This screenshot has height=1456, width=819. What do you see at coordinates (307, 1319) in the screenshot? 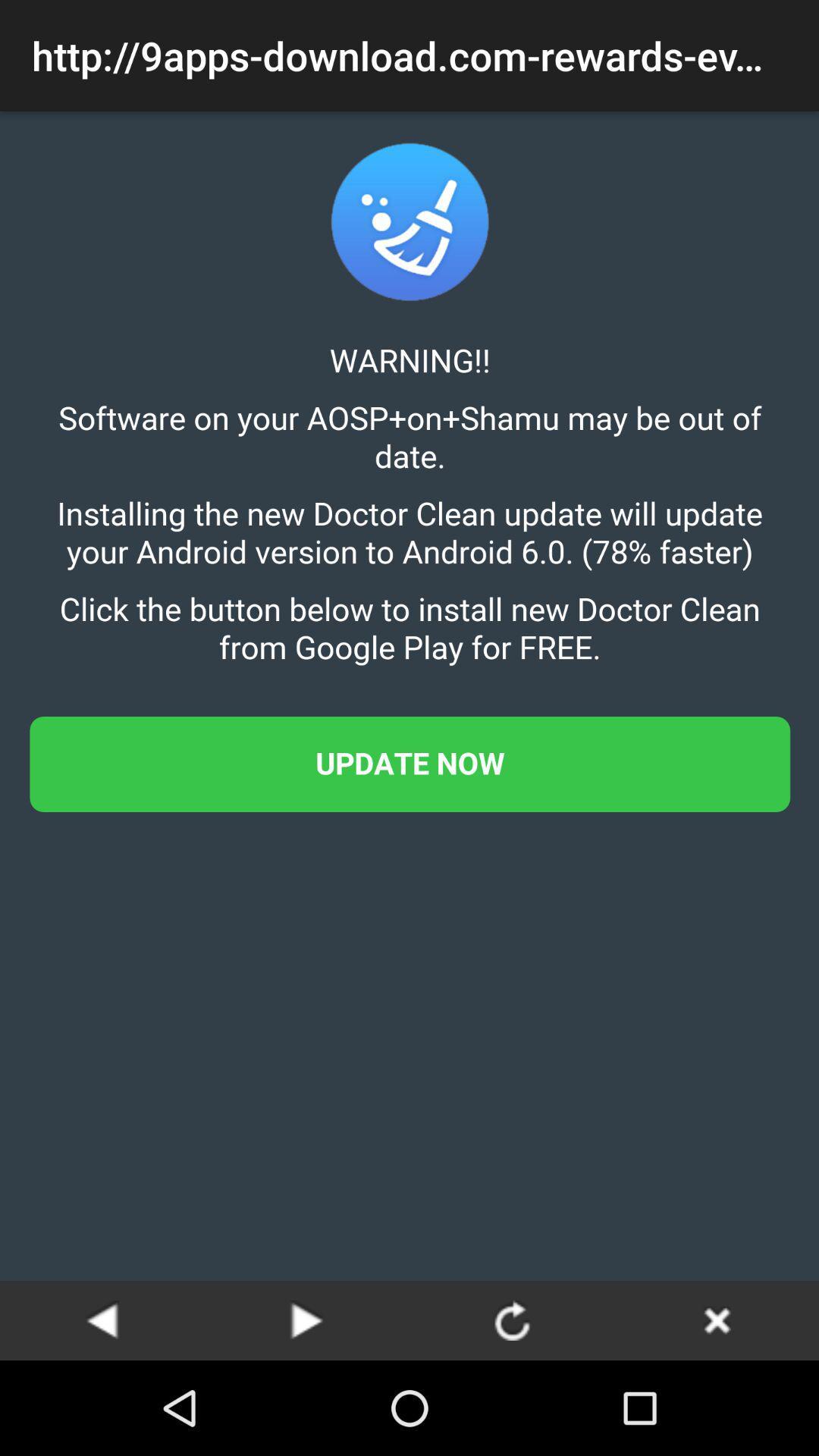
I see `next` at bounding box center [307, 1319].